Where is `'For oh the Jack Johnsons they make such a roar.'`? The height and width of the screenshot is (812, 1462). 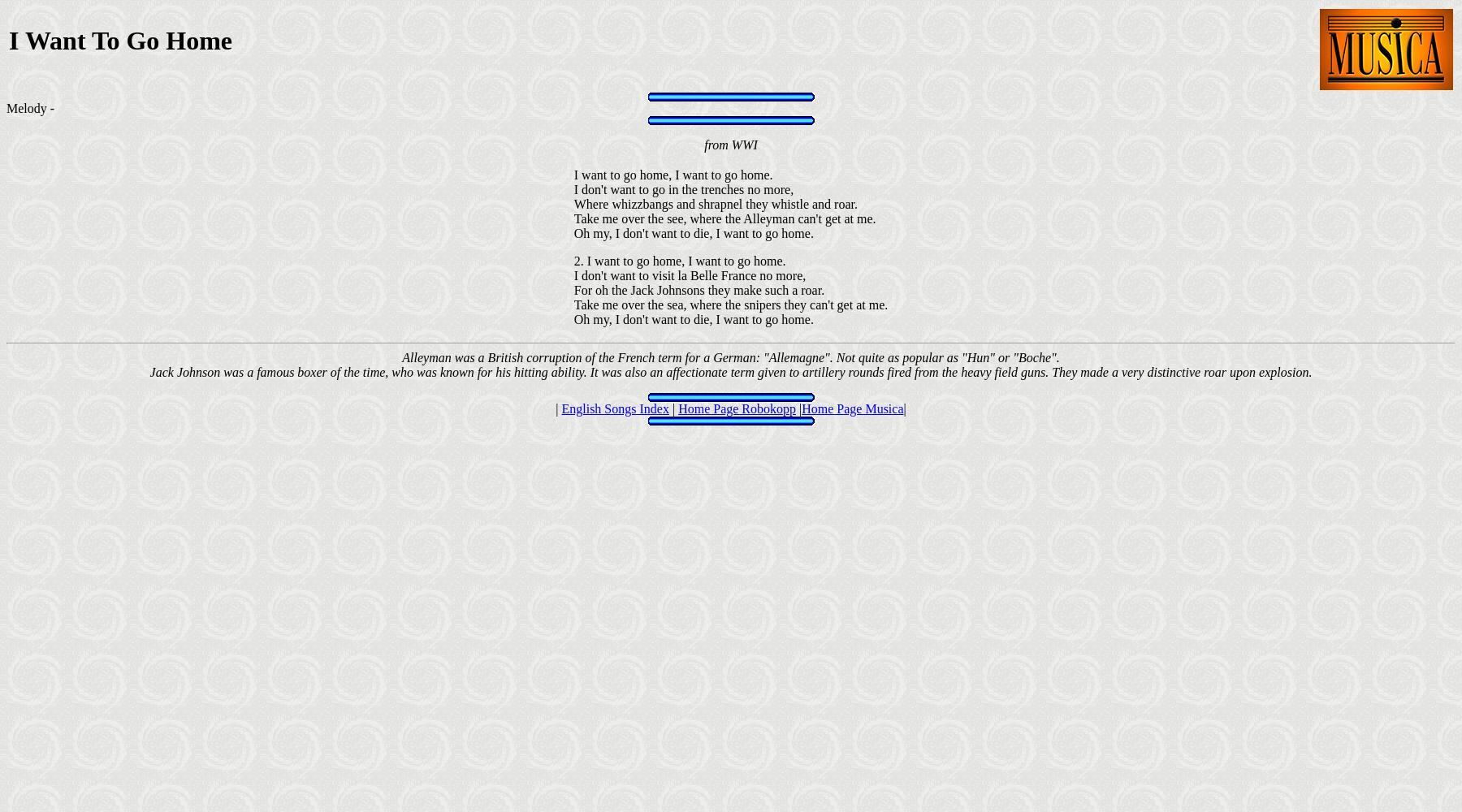
'For oh the Jack Johnsons they make such a roar.' is located at coordinates (699, 289).